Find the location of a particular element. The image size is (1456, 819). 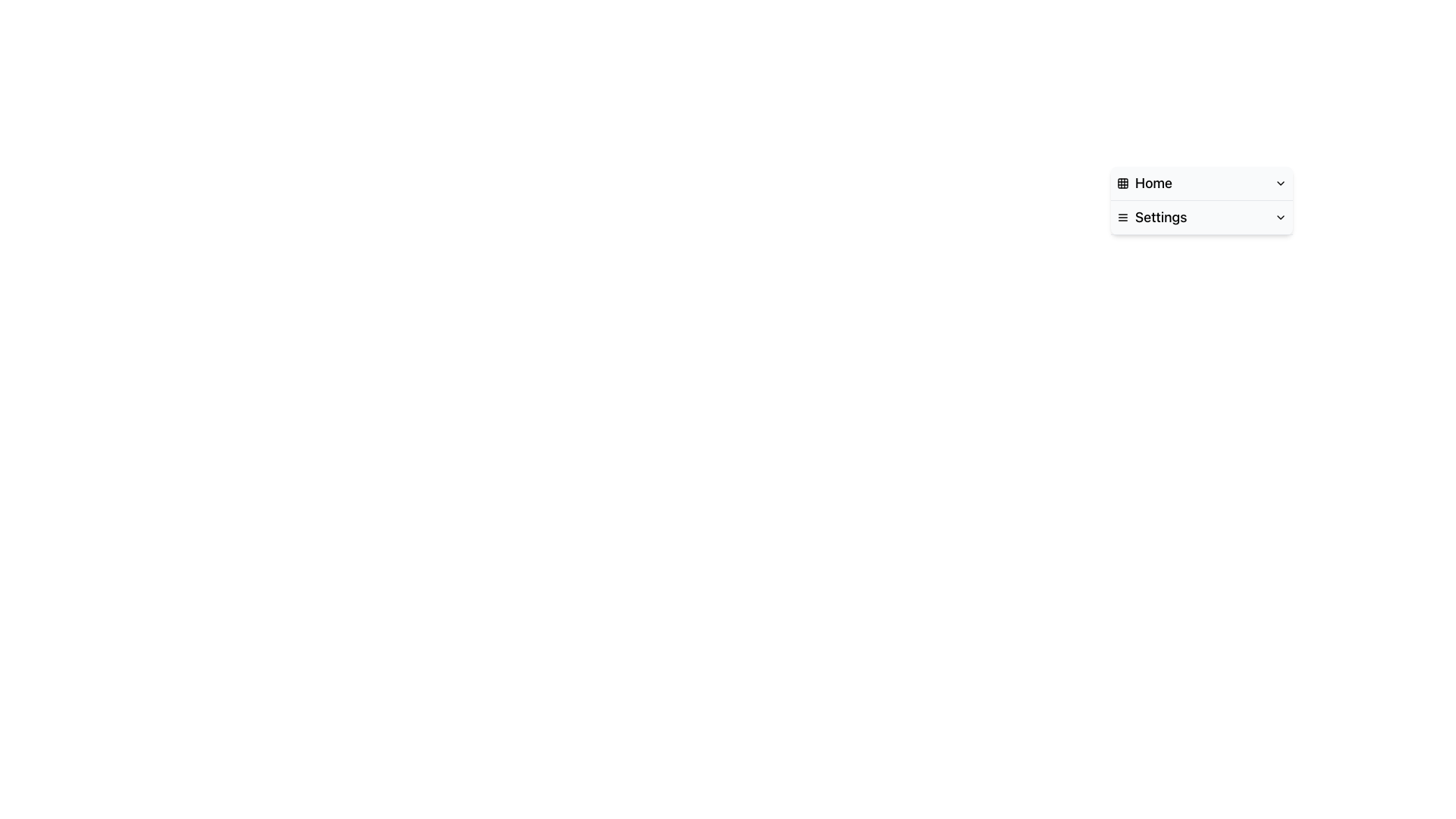

the hamburger menu icon located to the left of the 'Settings' text in the second item of the vertical list is located at coordinates (1123, 217).